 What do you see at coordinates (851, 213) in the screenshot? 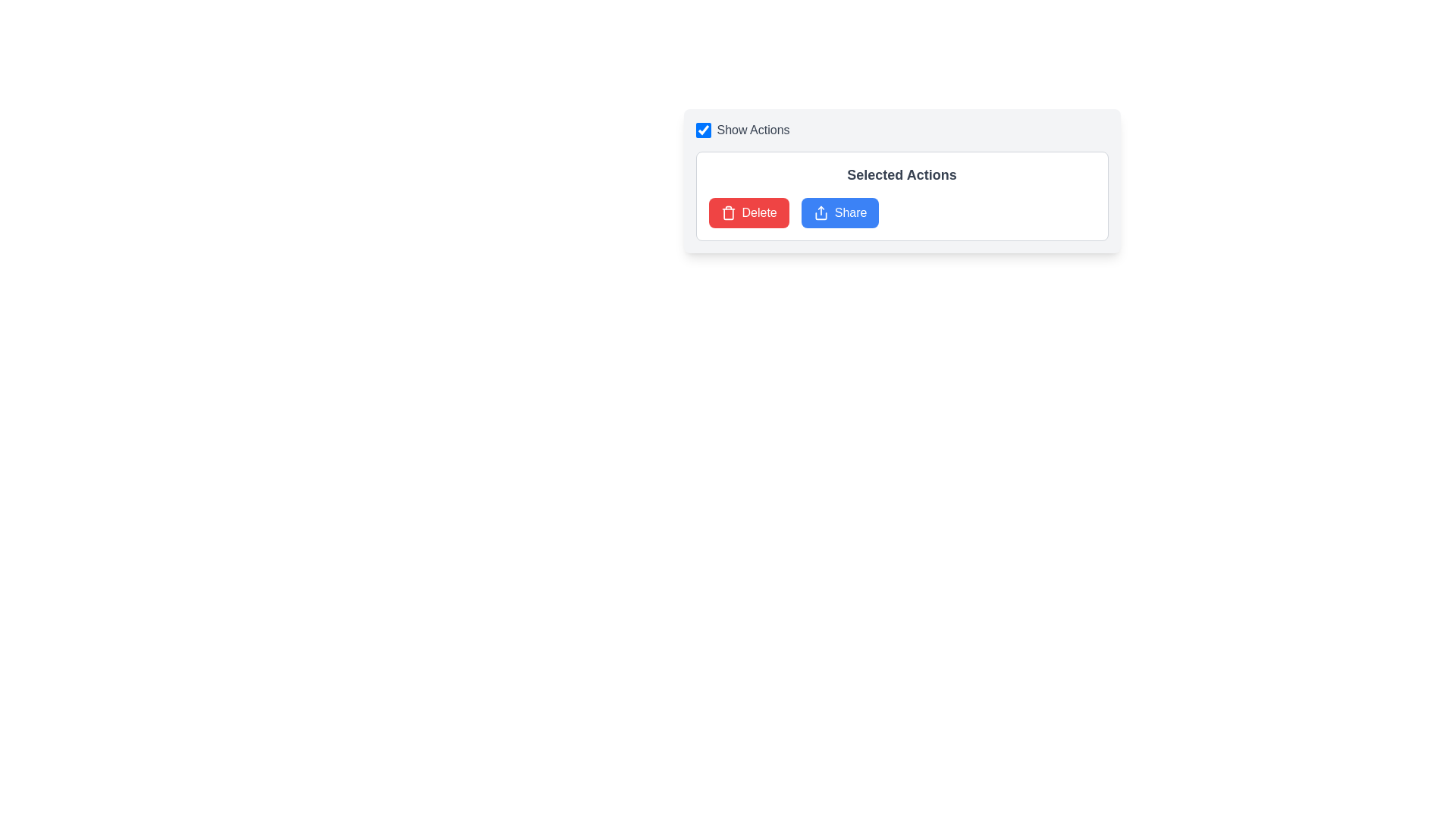
I see `the 'Share' button located in the lower right section of the visible card within the 'Selected Actions' area` at bounding box center [851, 213].